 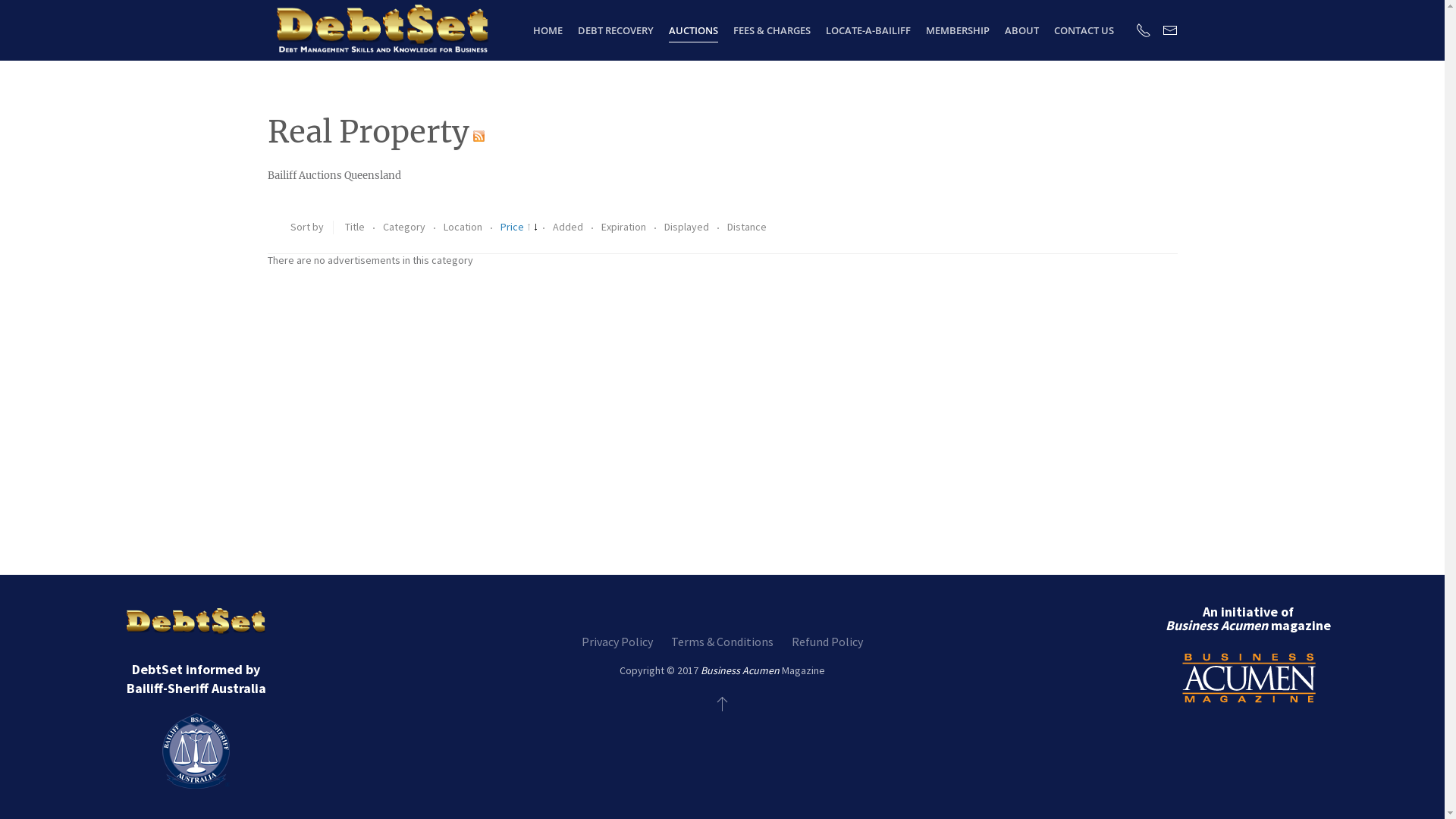 I want to click on 'FEES & CHARGES', so click(x=771, y=30).